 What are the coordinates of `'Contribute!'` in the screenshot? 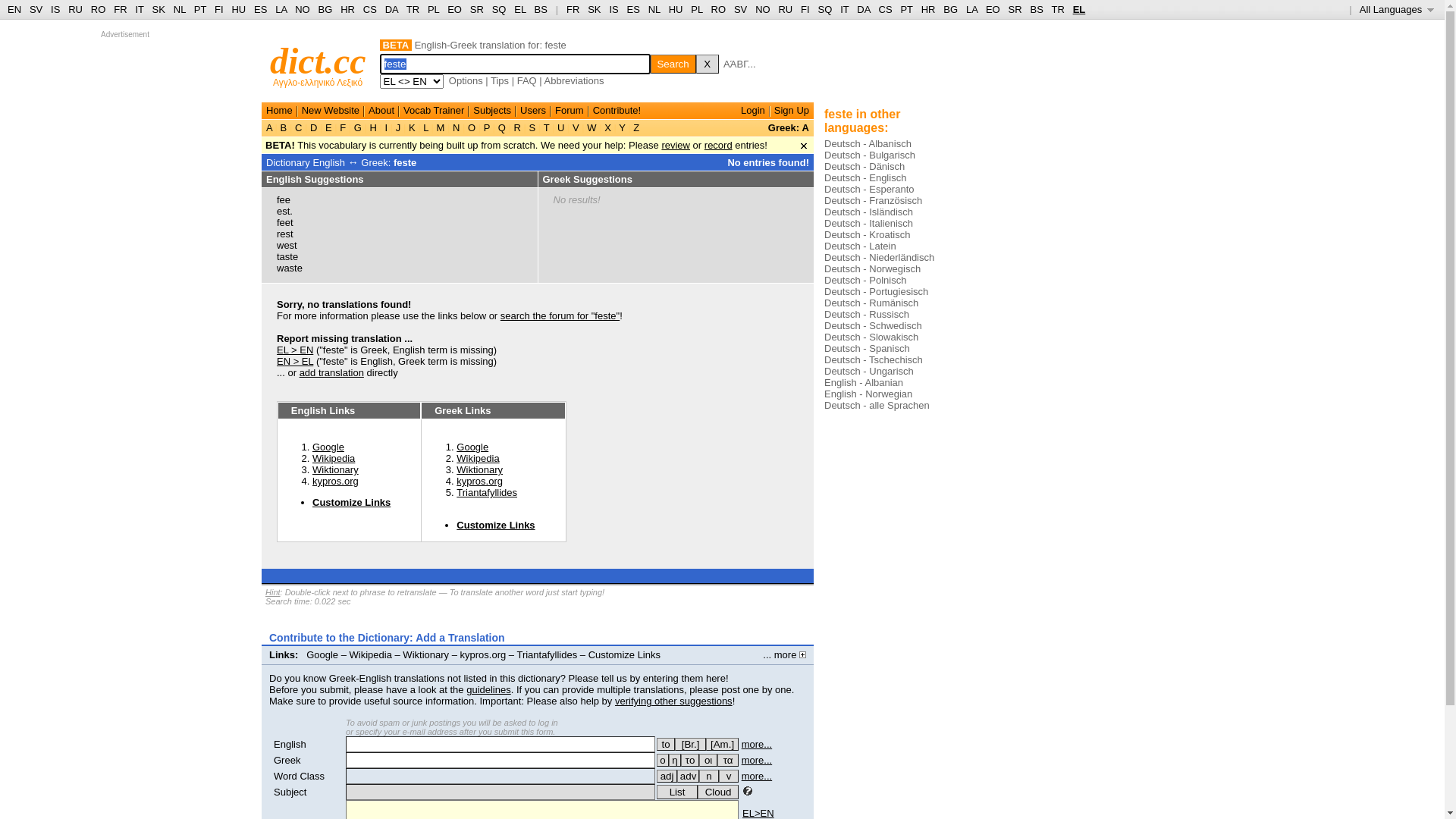 It's located at (592, 109).